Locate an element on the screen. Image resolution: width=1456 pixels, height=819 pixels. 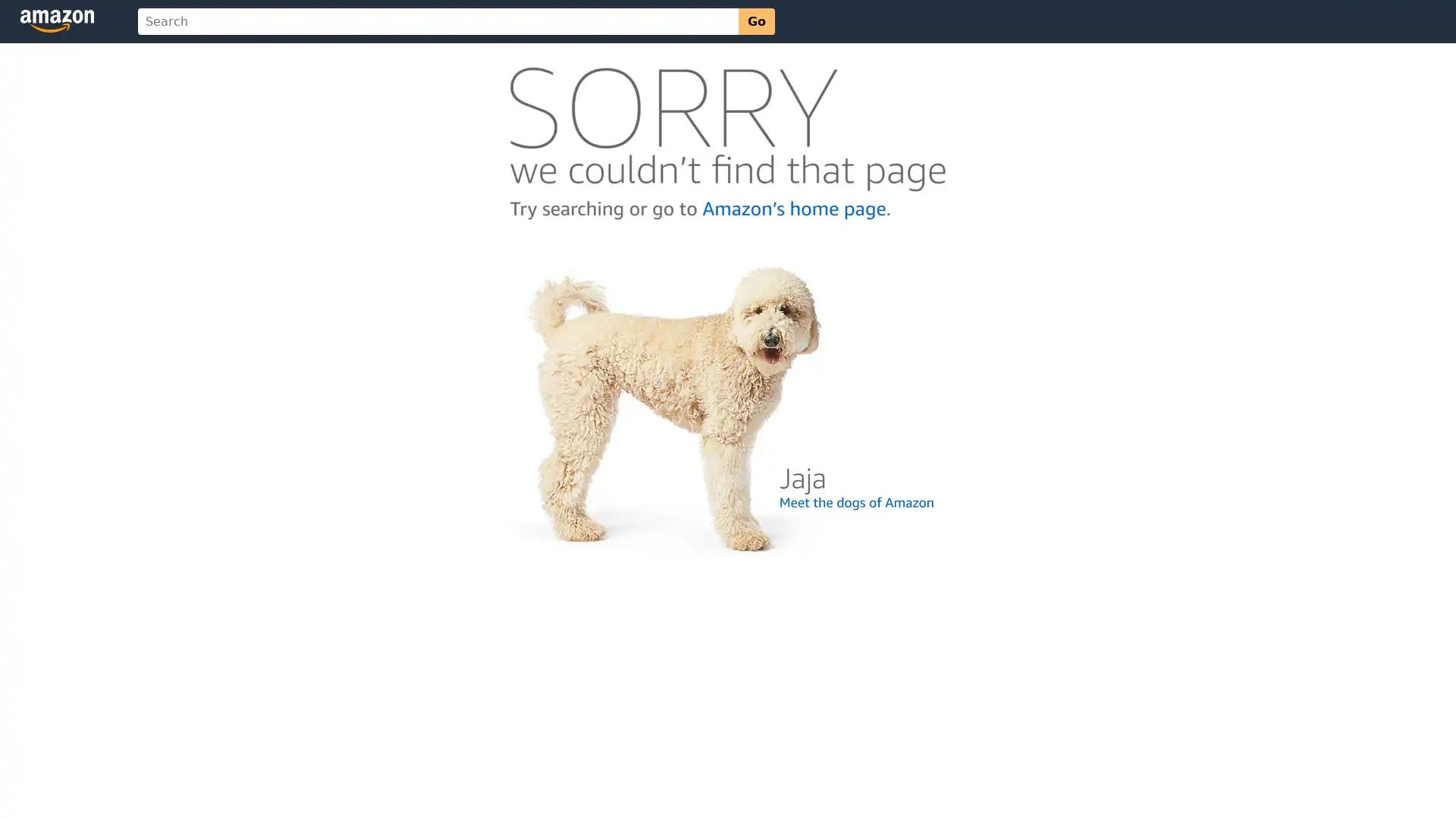
Go is located at coordinates (757, 21).